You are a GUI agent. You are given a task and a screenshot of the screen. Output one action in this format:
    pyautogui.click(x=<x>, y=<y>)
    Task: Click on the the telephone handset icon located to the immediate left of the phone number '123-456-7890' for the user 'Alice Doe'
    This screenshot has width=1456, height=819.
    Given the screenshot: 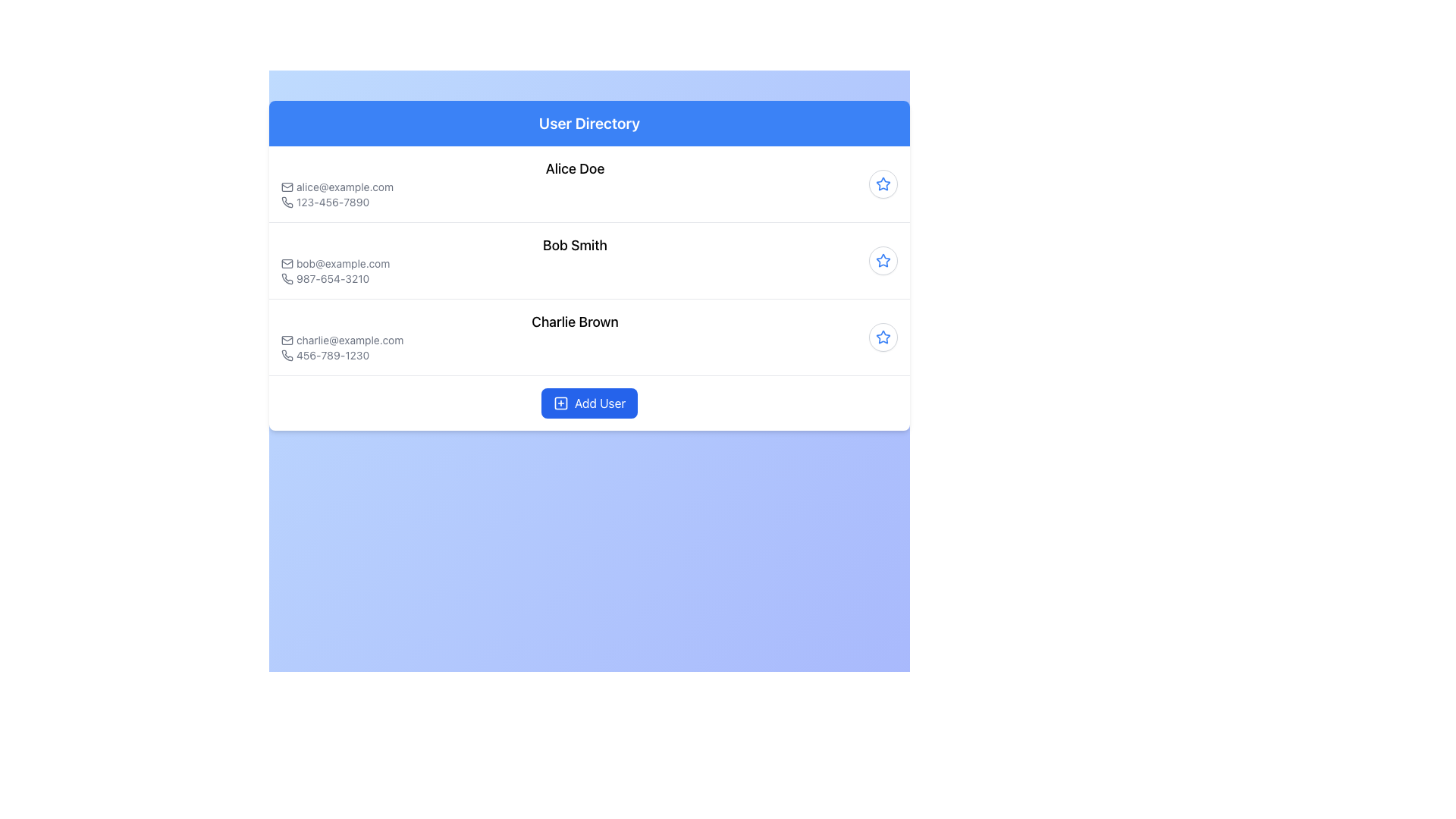 What is the action you would take?
    pyautogui.click(x=287, y=201)
    